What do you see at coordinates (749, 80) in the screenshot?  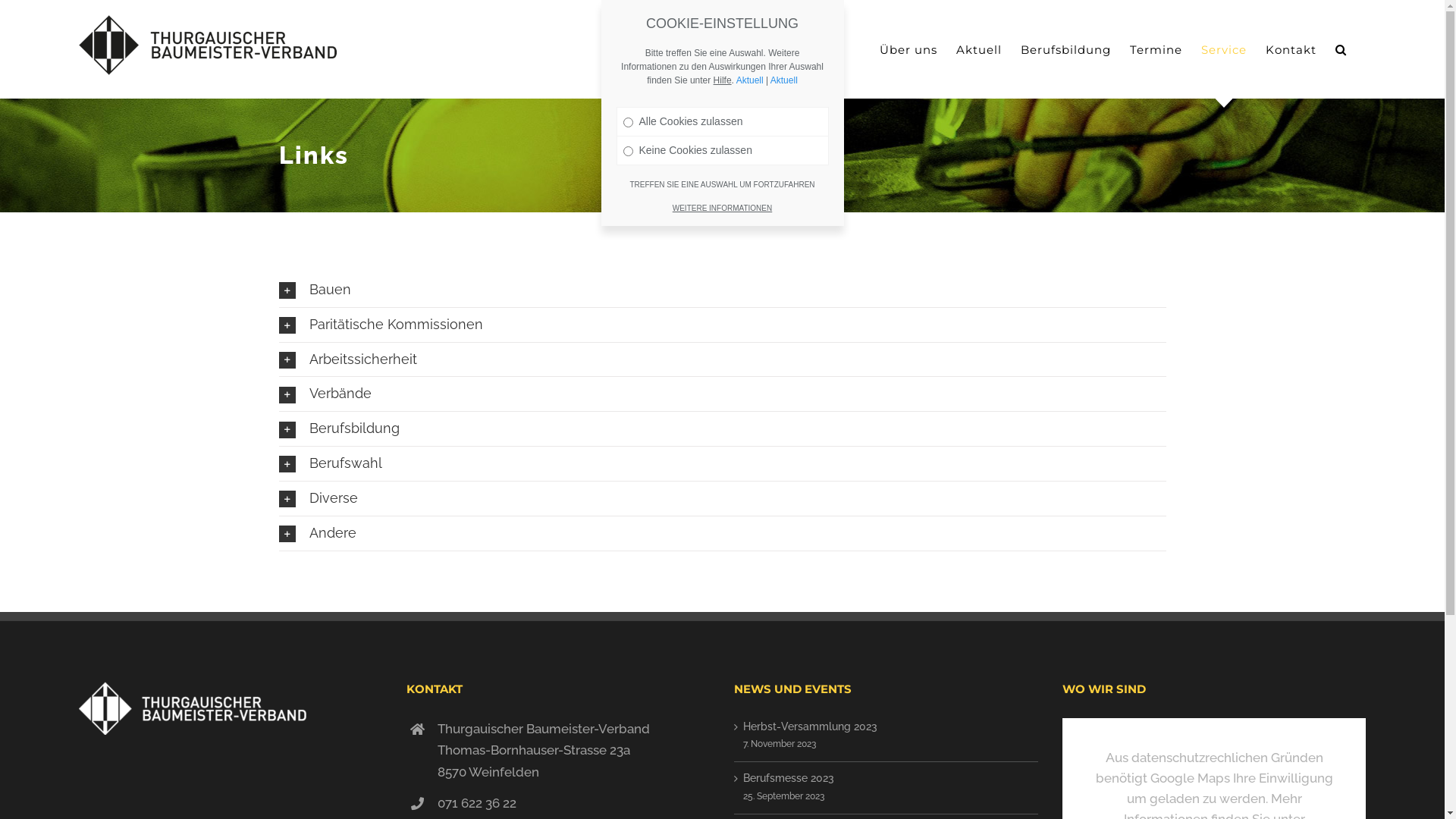 I see `'Aktuell'` at bounding box center [749, 80].